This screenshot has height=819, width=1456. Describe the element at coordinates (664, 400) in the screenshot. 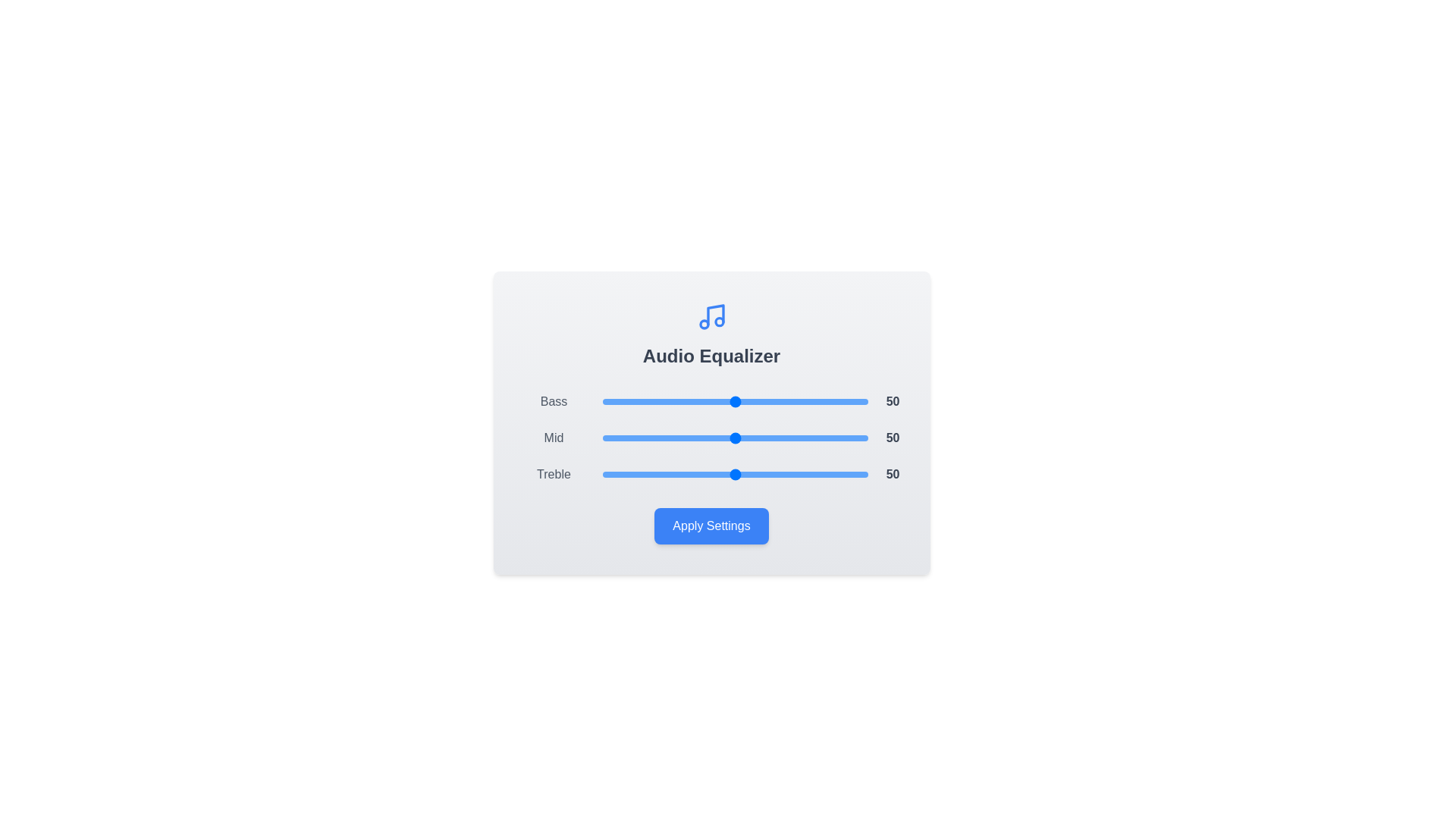

I see `the Bass slider to 23 percent` at that location.